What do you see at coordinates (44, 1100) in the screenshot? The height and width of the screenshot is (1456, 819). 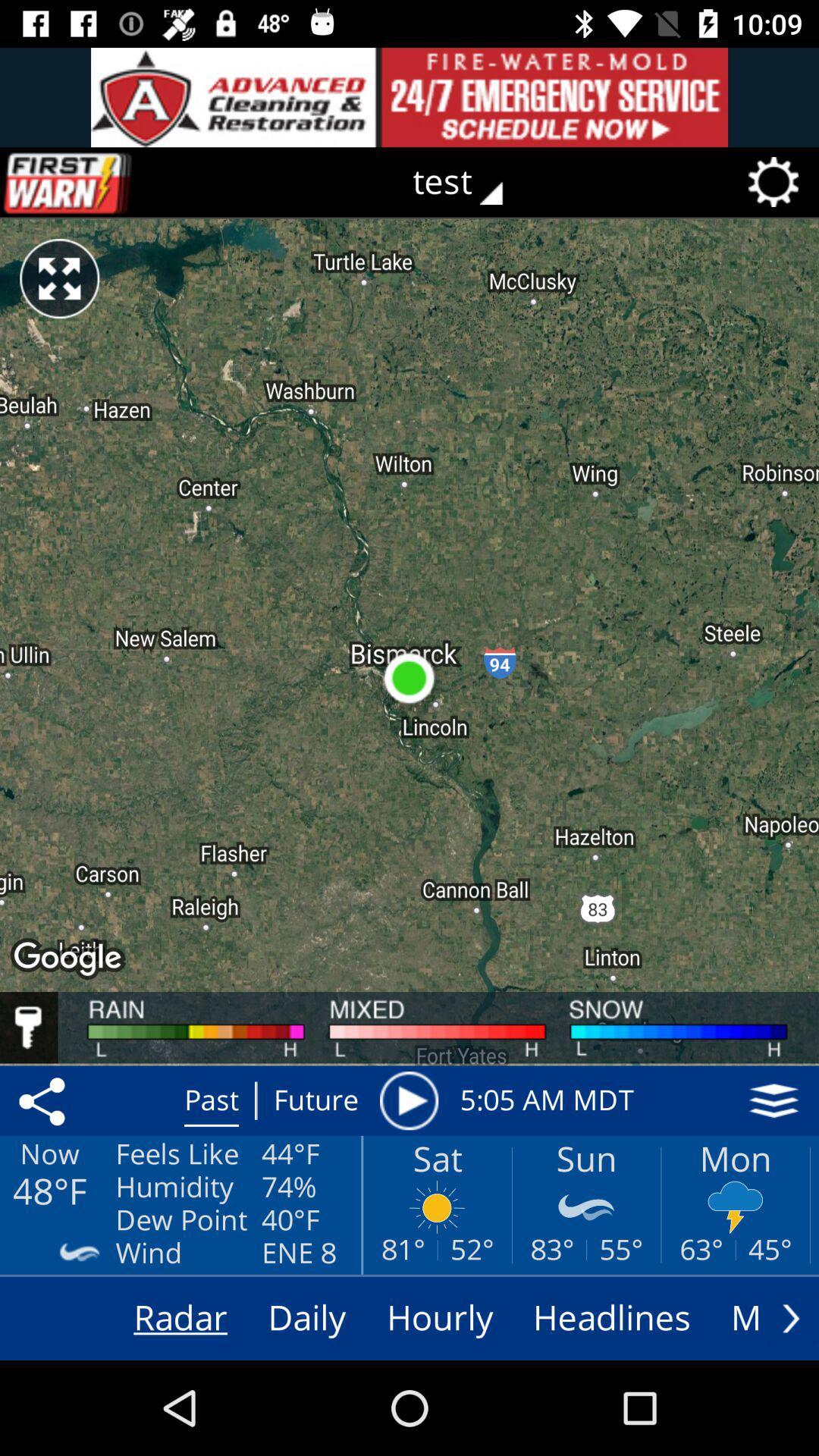 I see `the share icon` at bounding box center [44, 1100].